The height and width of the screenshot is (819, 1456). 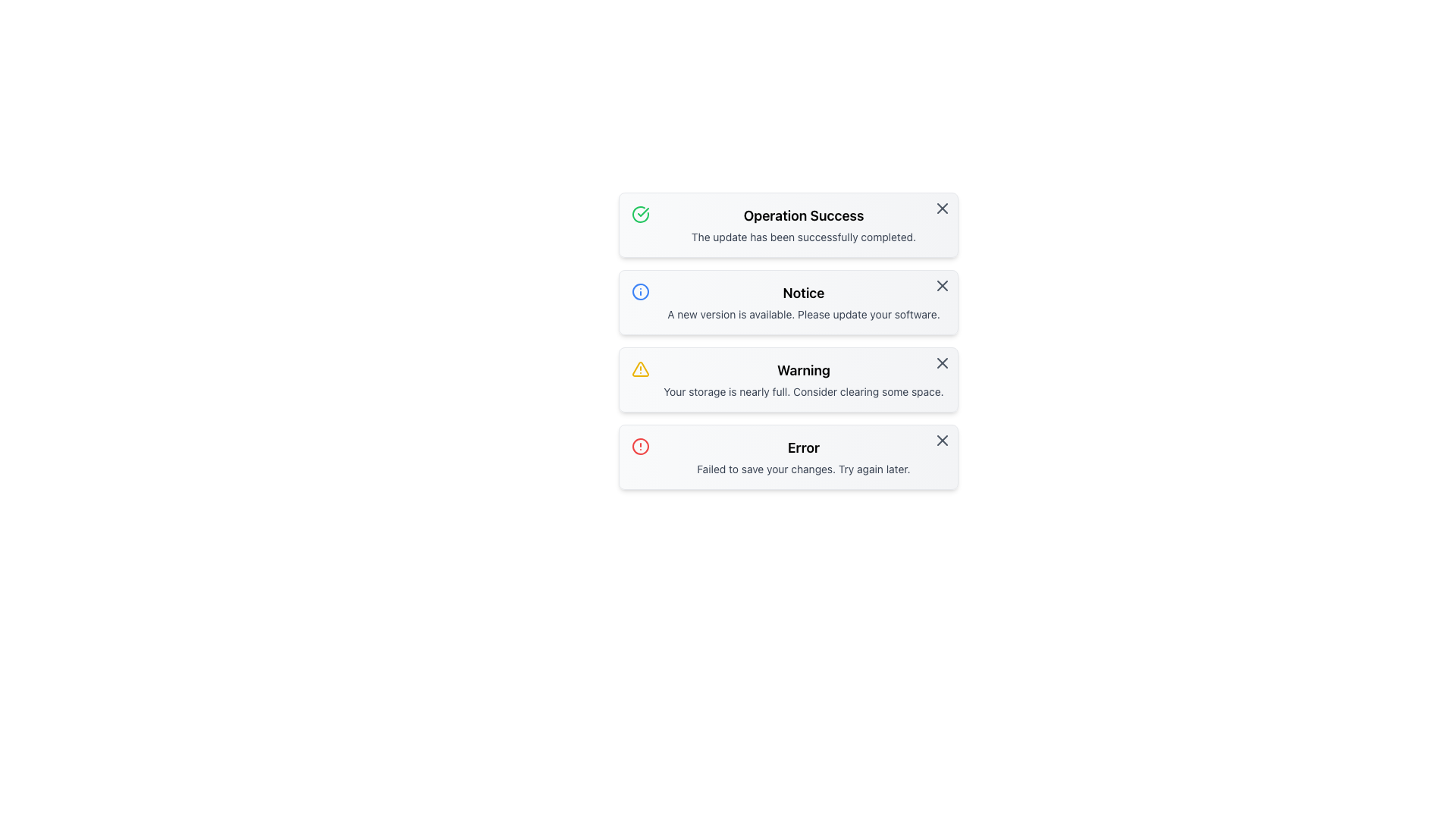 I want to click on the 'X' icon button located at the top-right corner of the 'Error' card, so click(x=942, y=441).